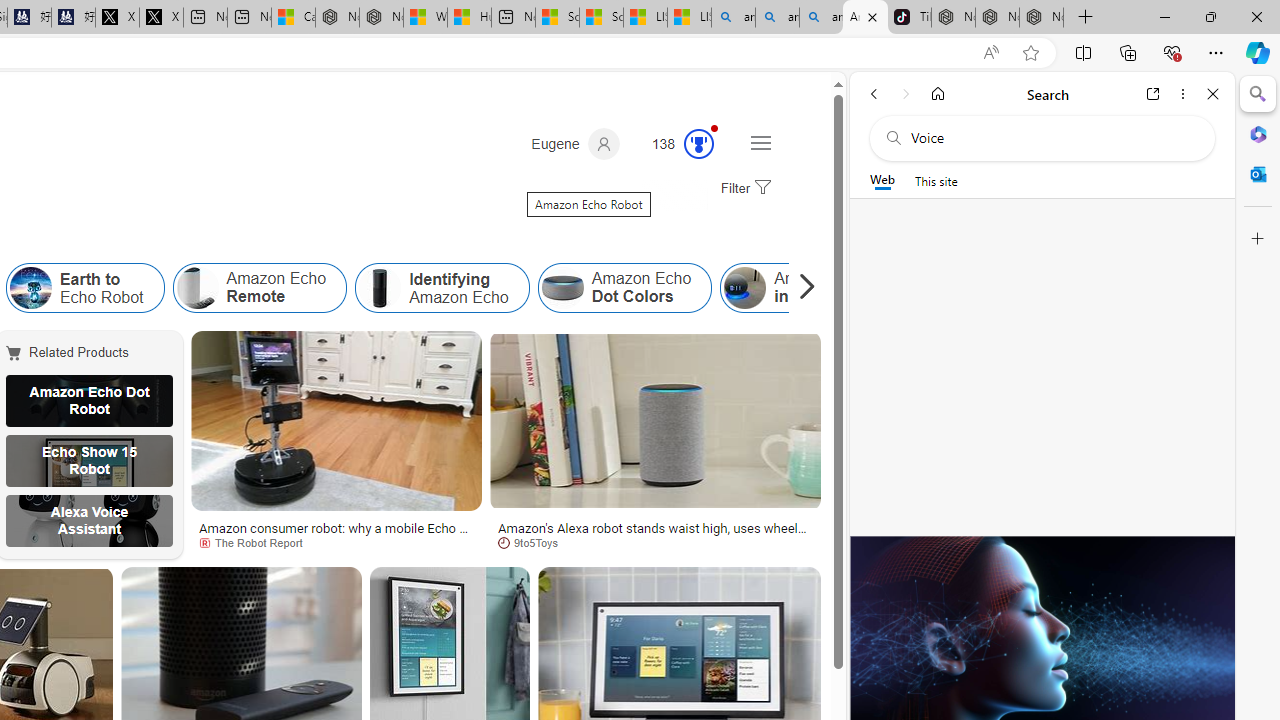  What do you see at coordinates (744, 288) in the screenshot?
I see `'Amazon Echo in Action'` at bounding box center [744, 288].